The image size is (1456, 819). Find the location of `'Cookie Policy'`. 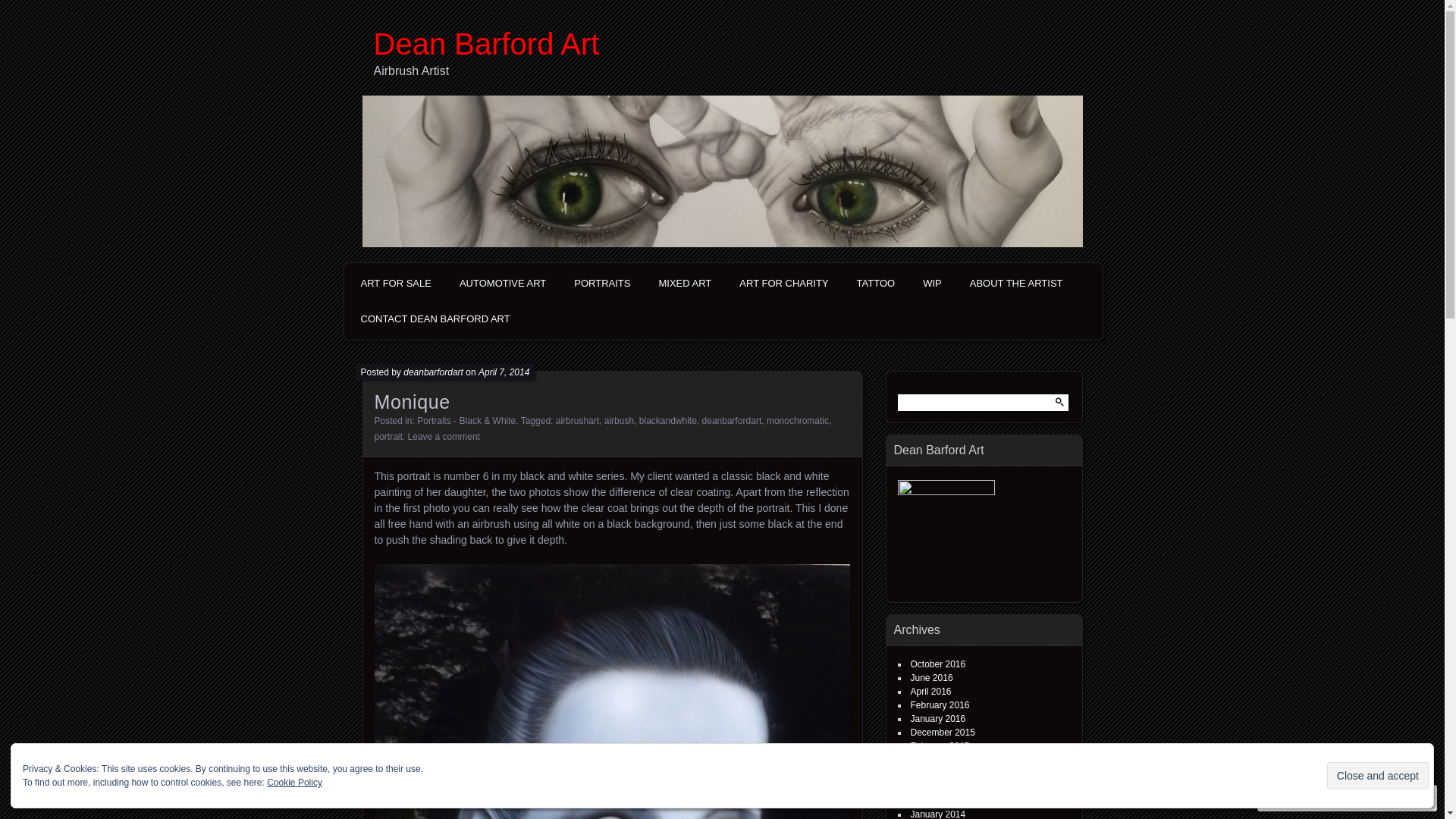

'Cookie Policy' is located at coordinates (294, 783).